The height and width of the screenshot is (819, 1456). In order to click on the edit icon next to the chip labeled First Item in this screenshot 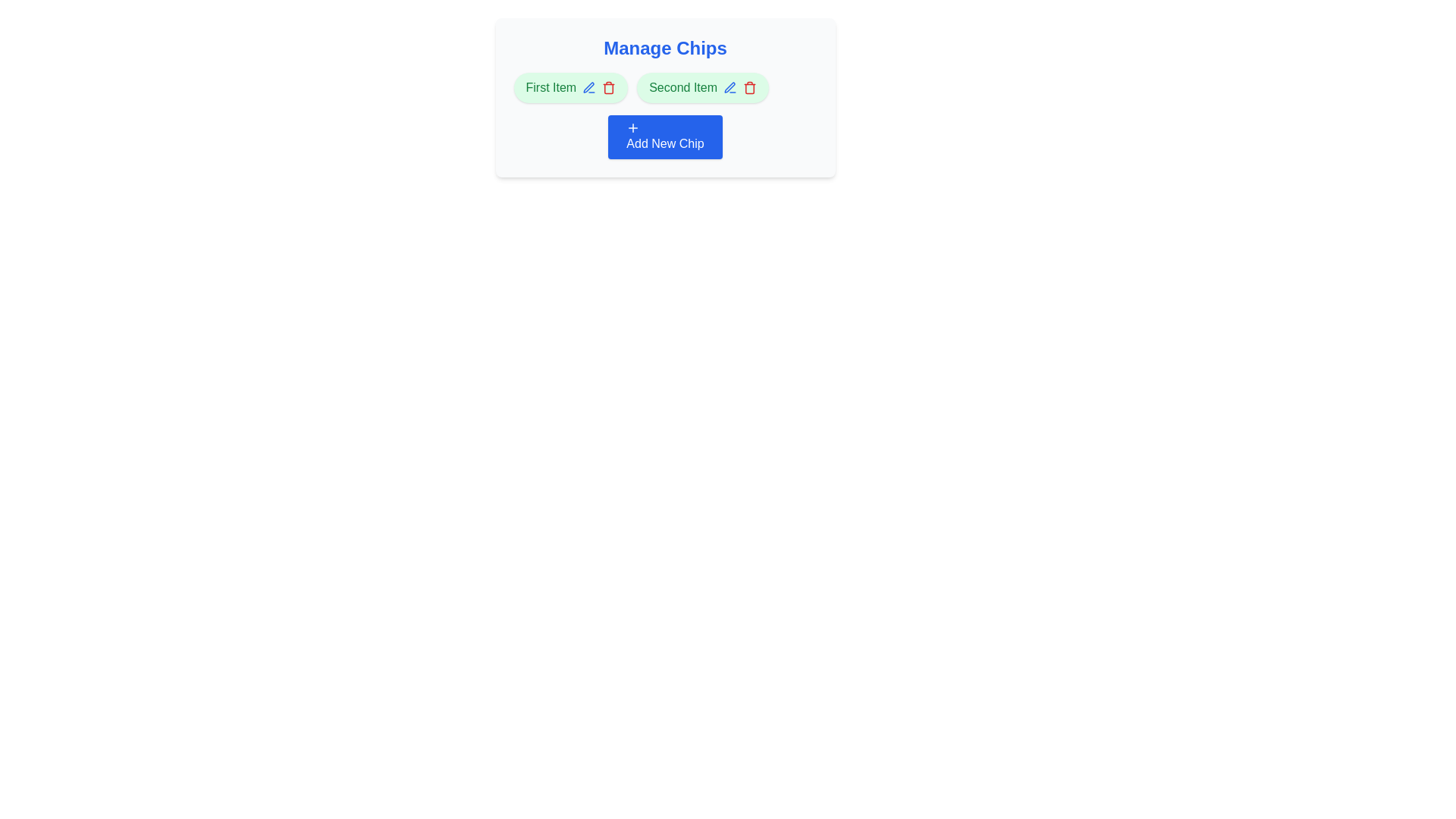, I will do `click(588, 87)`.